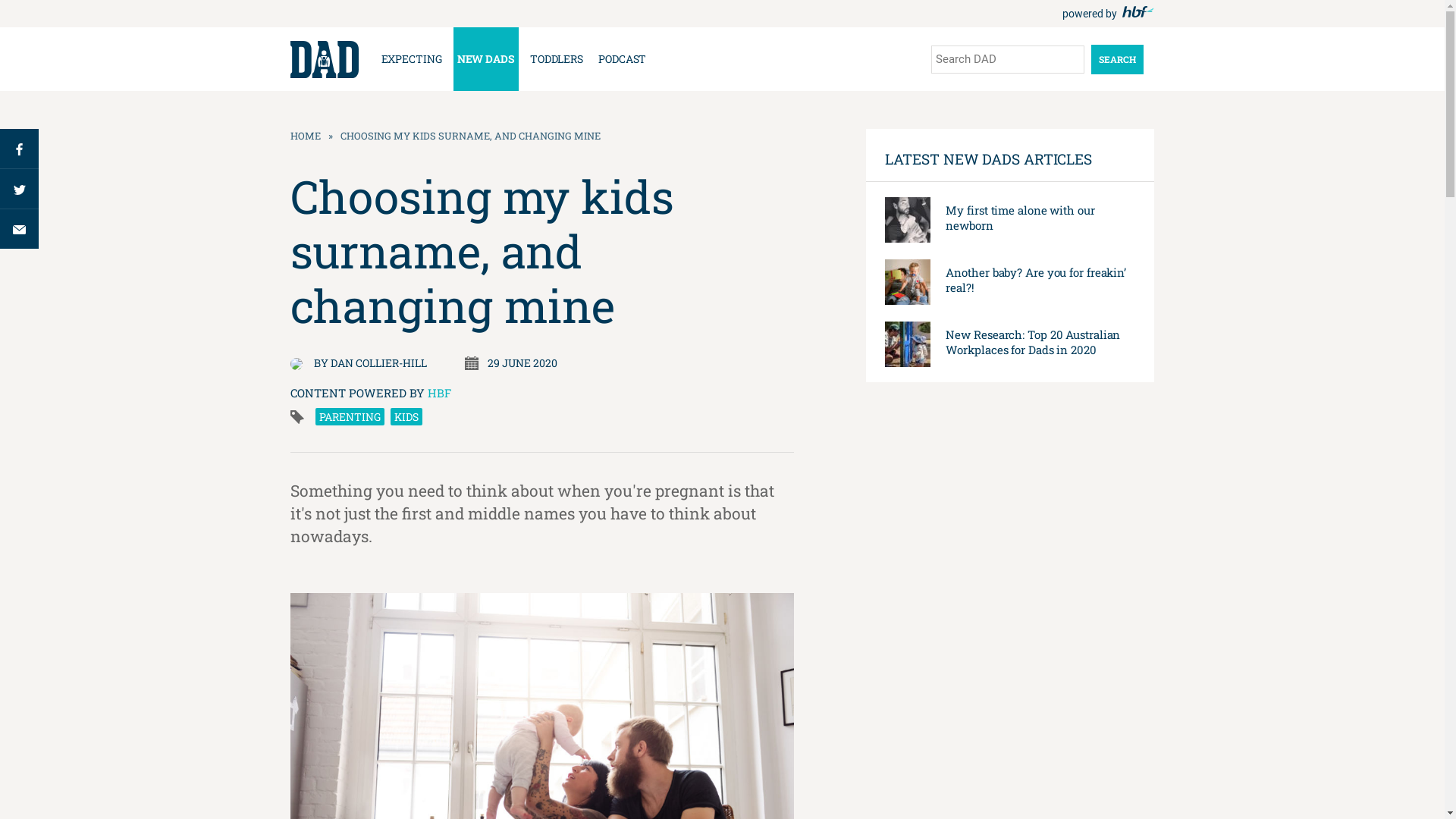 This screenshot has height=819, width=1456. Describe the element at coordinates (290, 58) in the screenshot. I see `'Direct Advice for Dads'` at that location.